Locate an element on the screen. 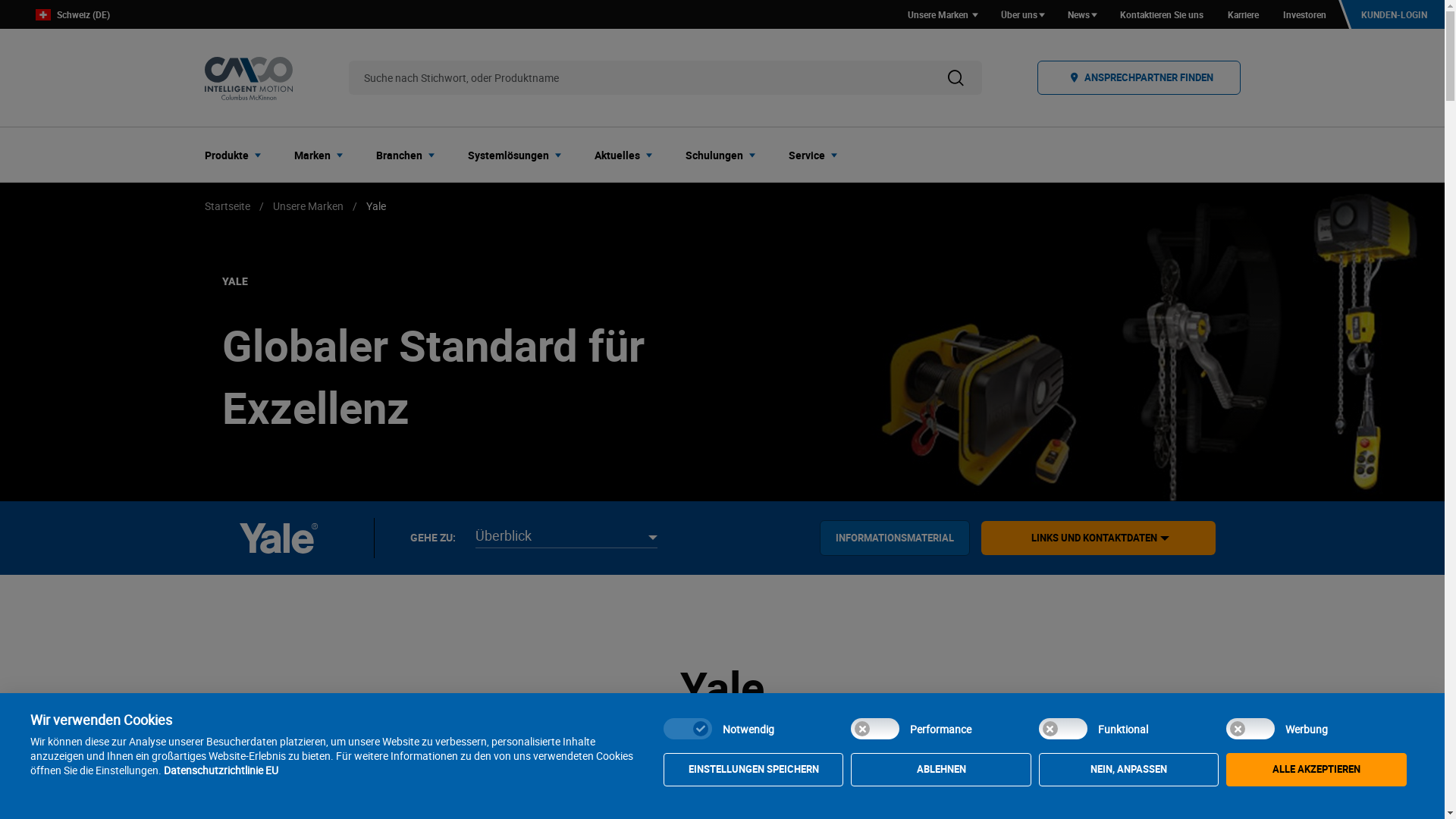 This screenshot has height=819, width=1456. 'ANSPRECHPARTNER FINDEN' is located at coordinates (1139, 77).